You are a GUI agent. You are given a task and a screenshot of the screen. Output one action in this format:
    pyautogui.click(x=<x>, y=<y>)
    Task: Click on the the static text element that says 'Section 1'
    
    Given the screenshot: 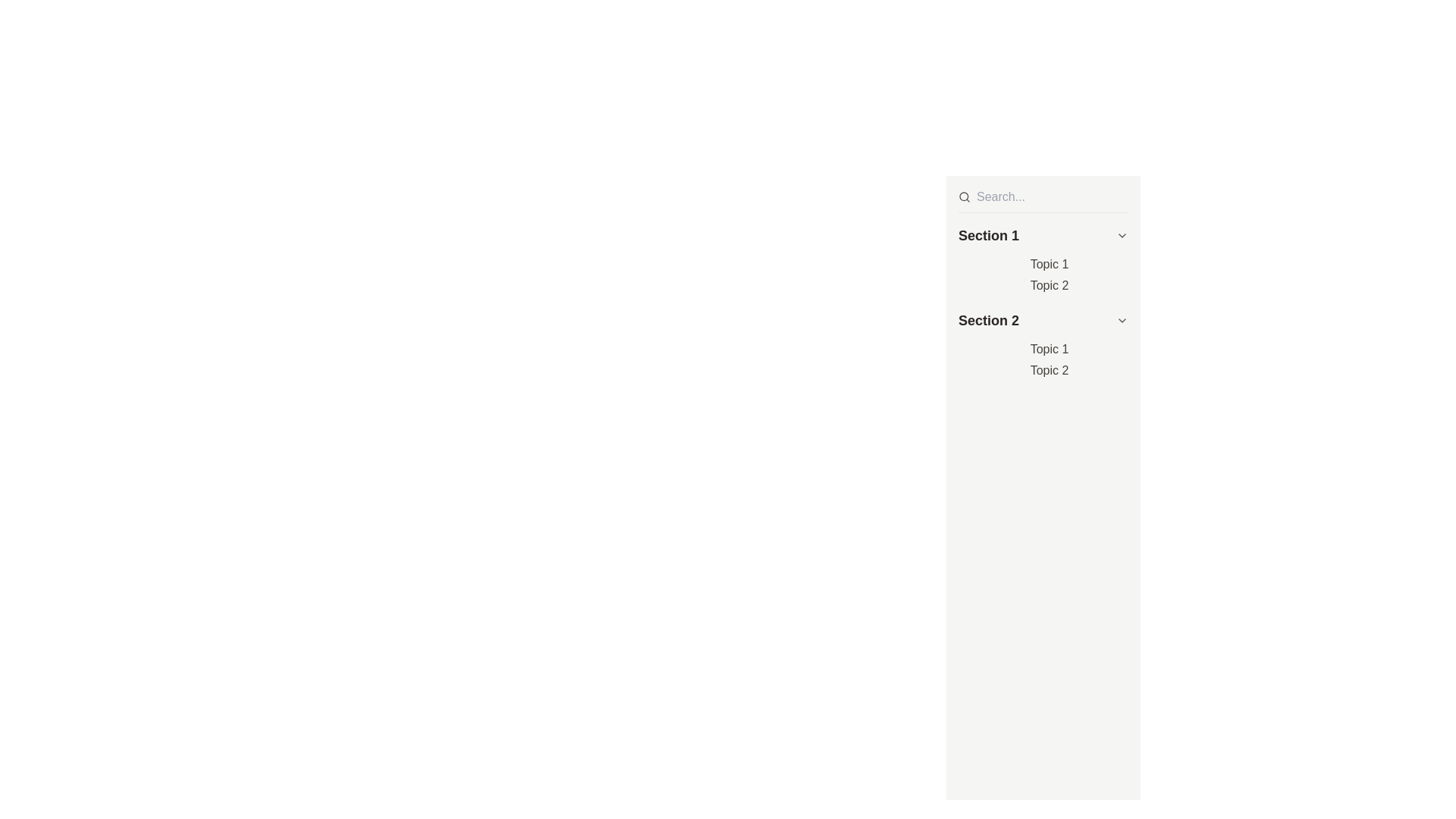 What is the action you would take?
    pyautogui.click(x=989, y=236)
    